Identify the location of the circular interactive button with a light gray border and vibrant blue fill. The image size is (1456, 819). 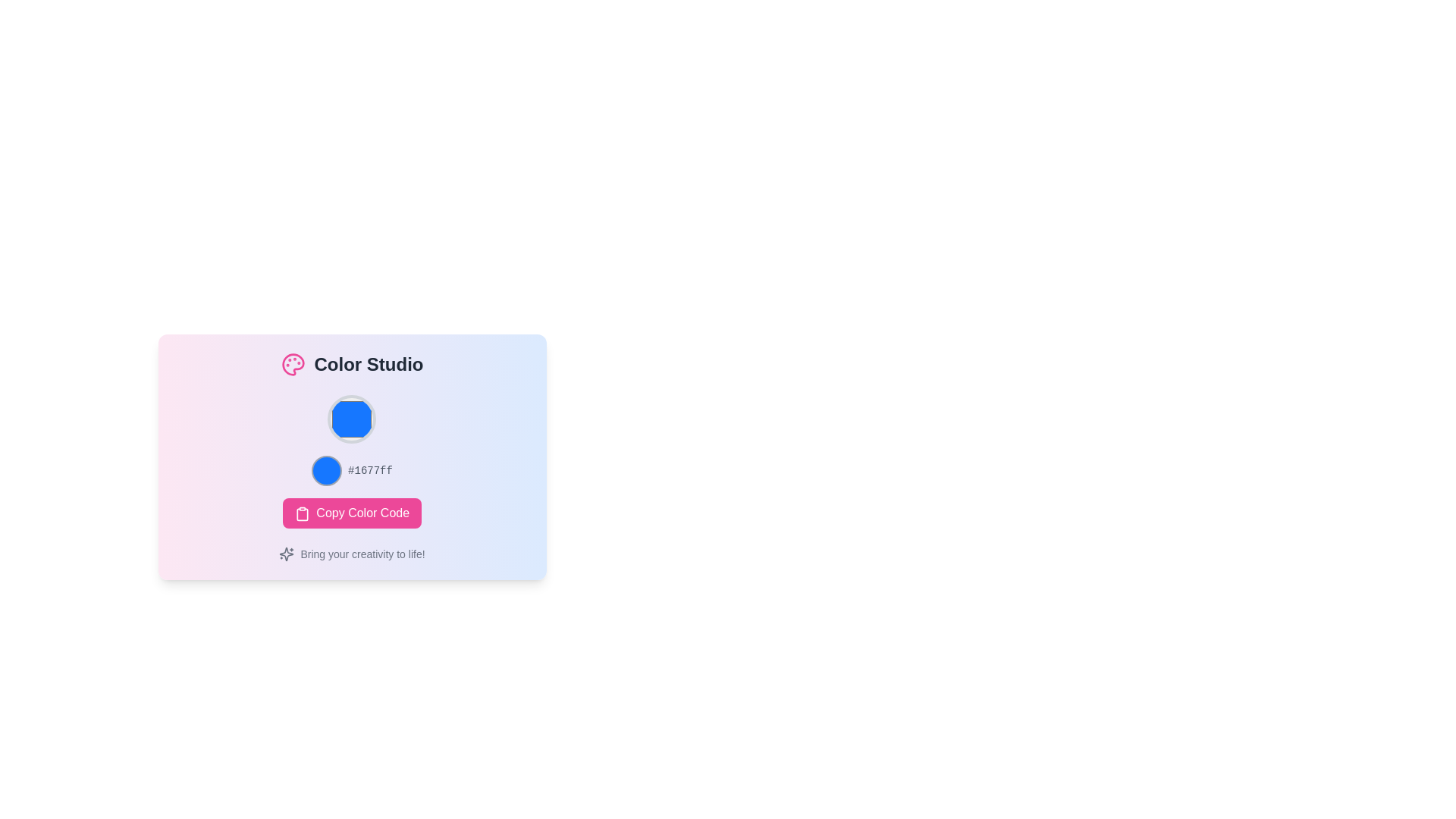
(351, 419).